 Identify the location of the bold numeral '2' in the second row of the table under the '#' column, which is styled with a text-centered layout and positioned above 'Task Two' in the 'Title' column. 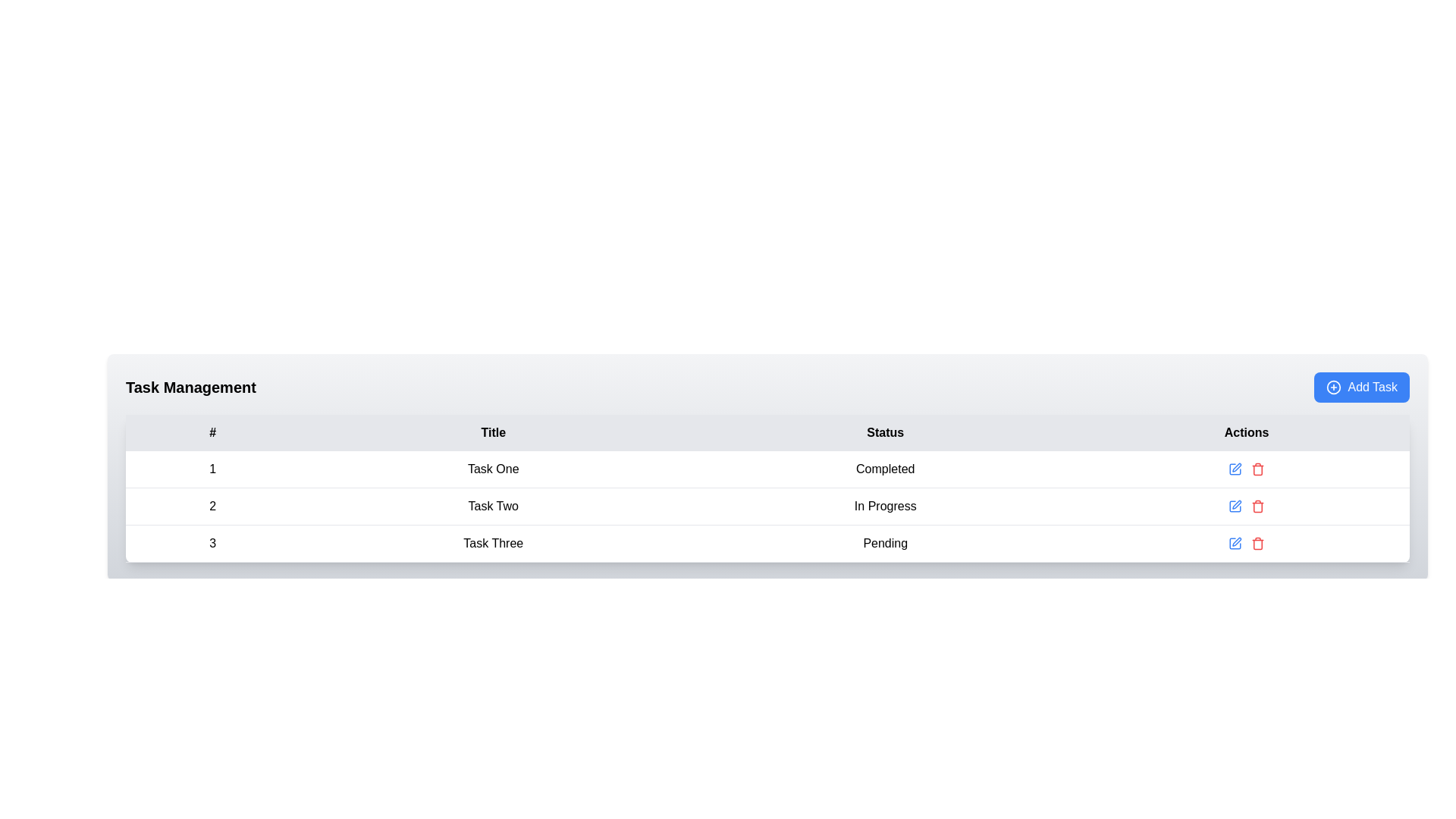
(212, 506).